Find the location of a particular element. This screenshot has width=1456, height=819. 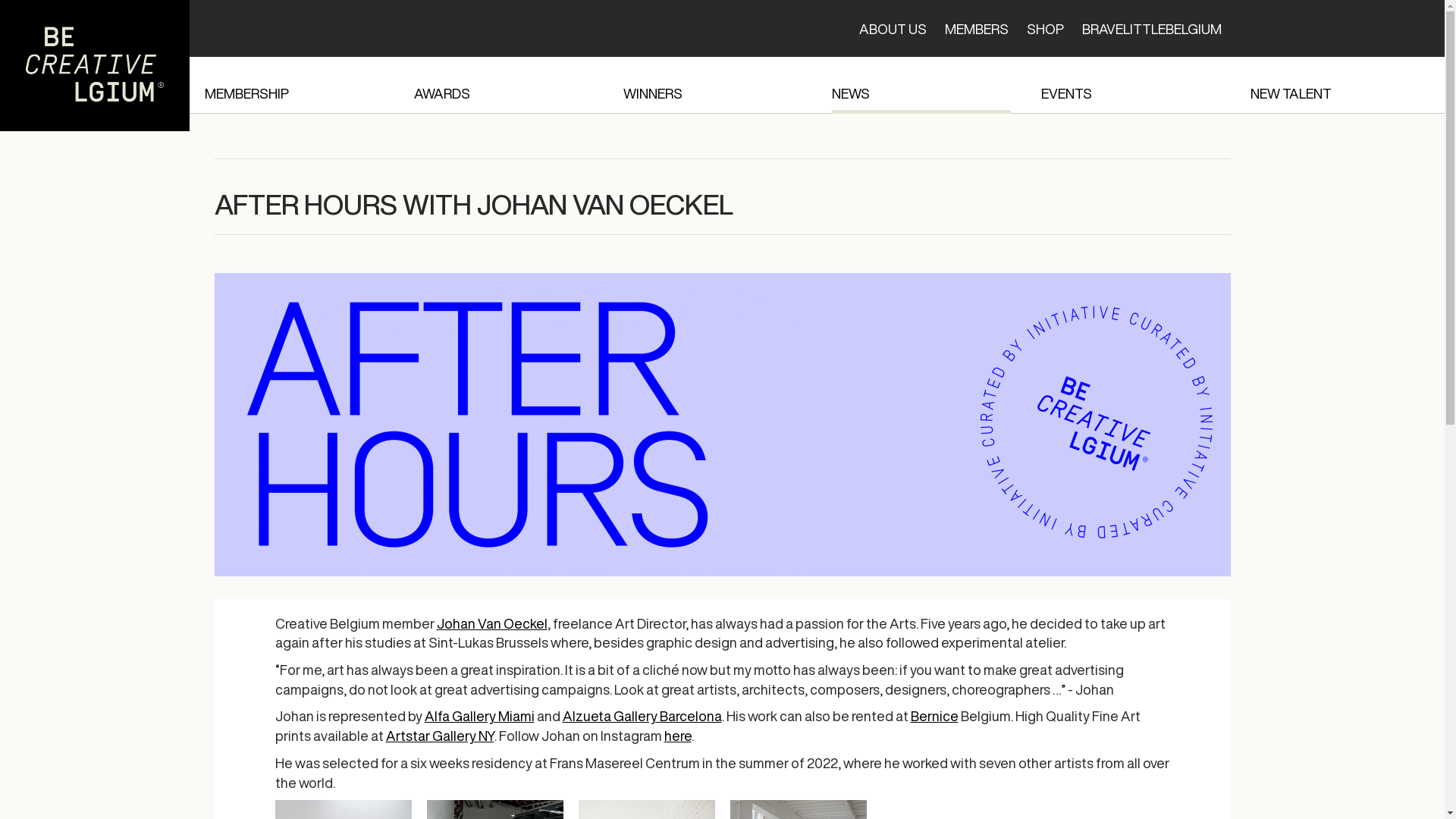

'ABOUT US' is located at coordinates (892, 28).